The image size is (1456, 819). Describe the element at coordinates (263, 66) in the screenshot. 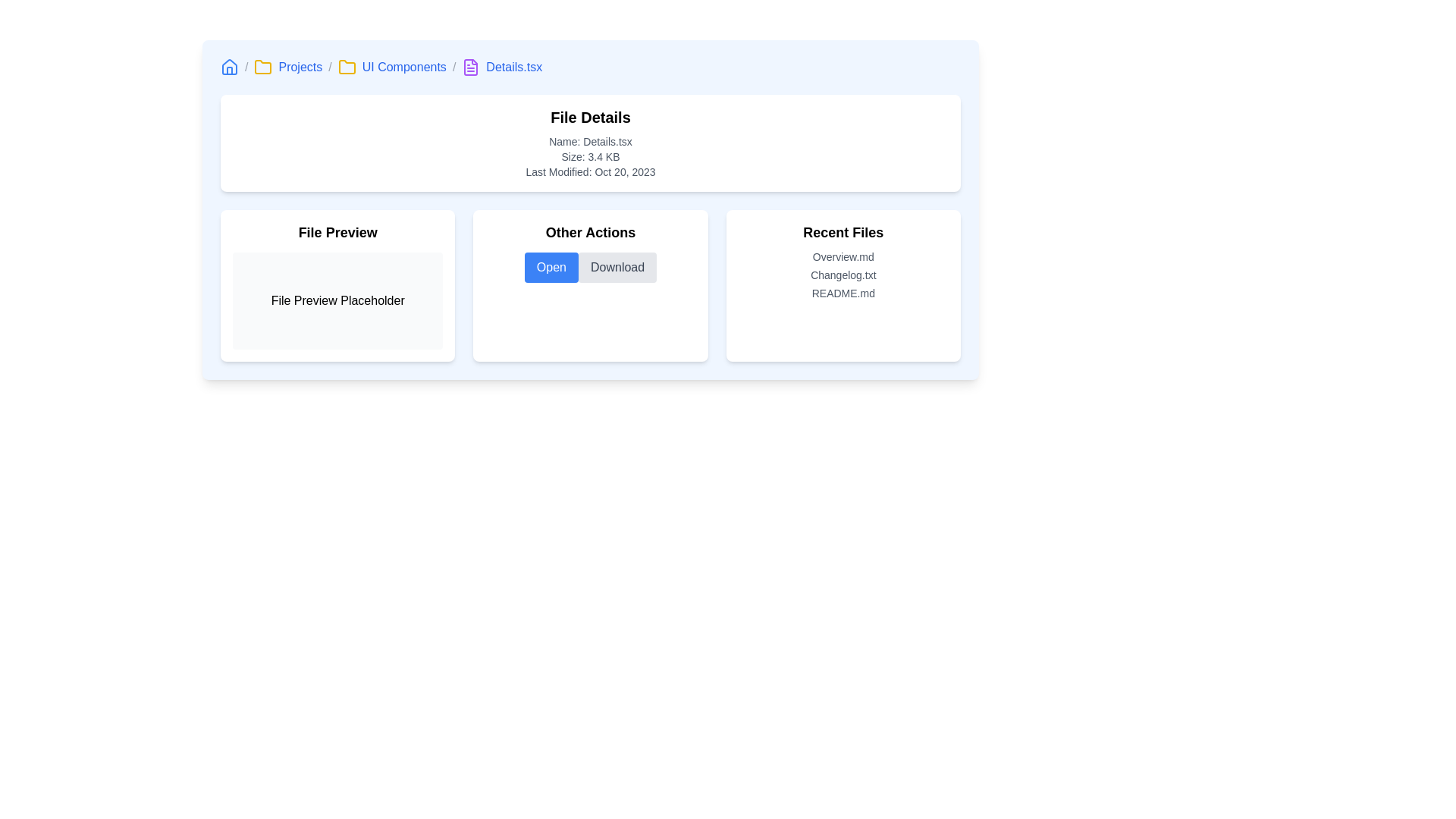

I see `the small yellow folder icon located in the breadcrumb navigation bar` at that location.